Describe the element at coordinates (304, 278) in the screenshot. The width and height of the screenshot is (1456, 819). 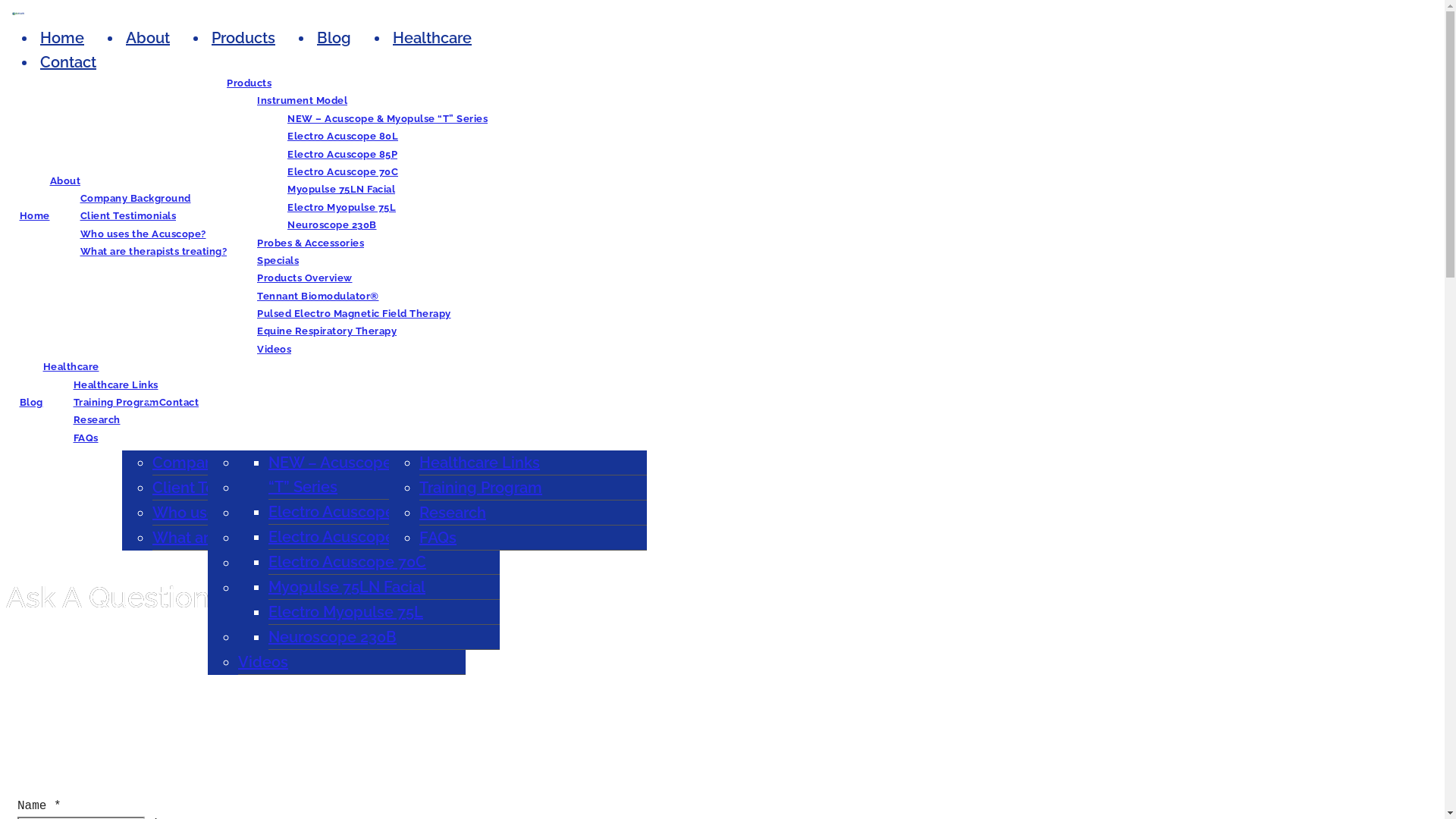
I see `'Products Overview'` at that location.